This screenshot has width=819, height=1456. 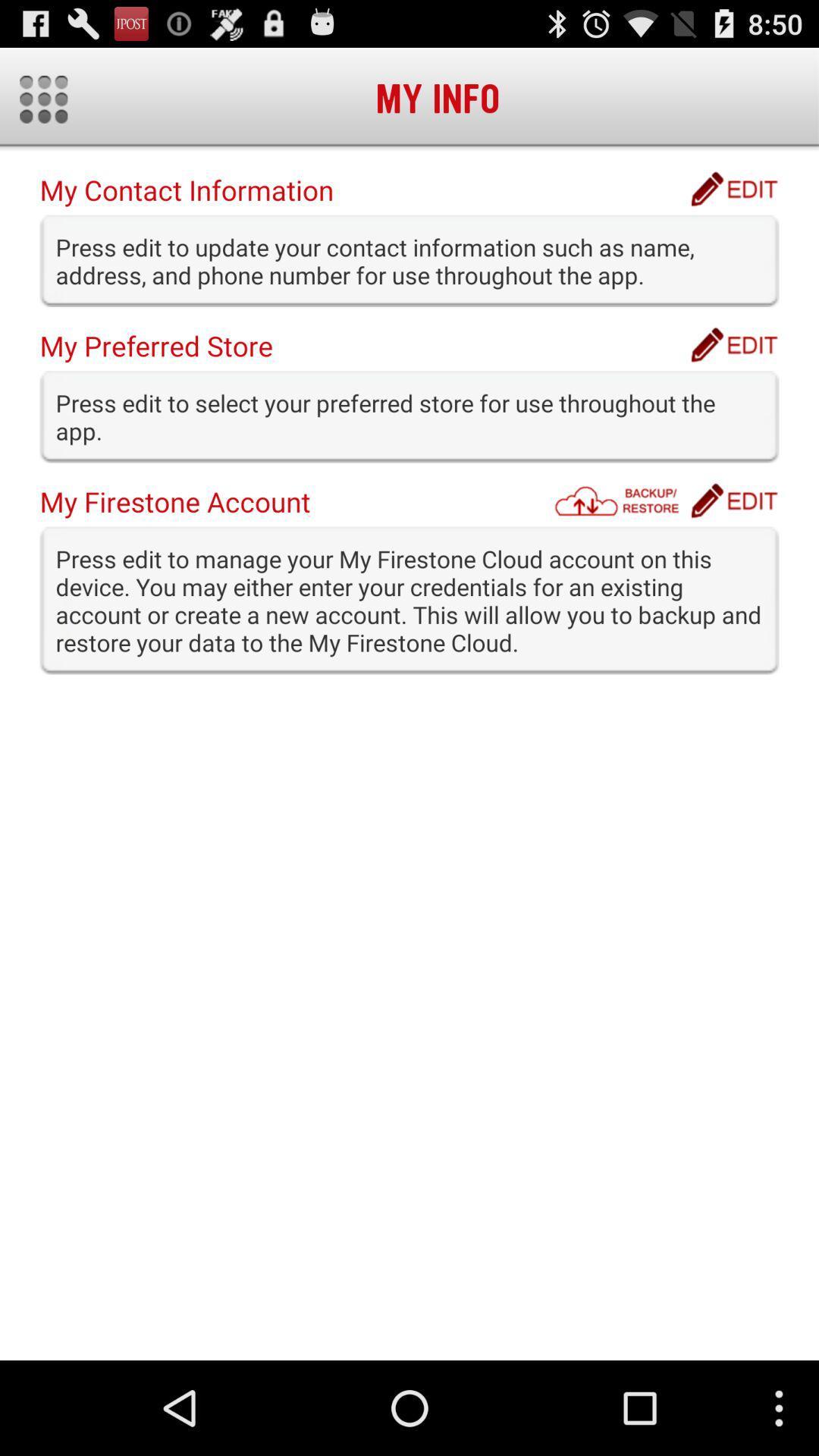 What do you see at coordinates (733, 188) in the screenshot?
I see `edit contact info` at bounding box center [733, 188].